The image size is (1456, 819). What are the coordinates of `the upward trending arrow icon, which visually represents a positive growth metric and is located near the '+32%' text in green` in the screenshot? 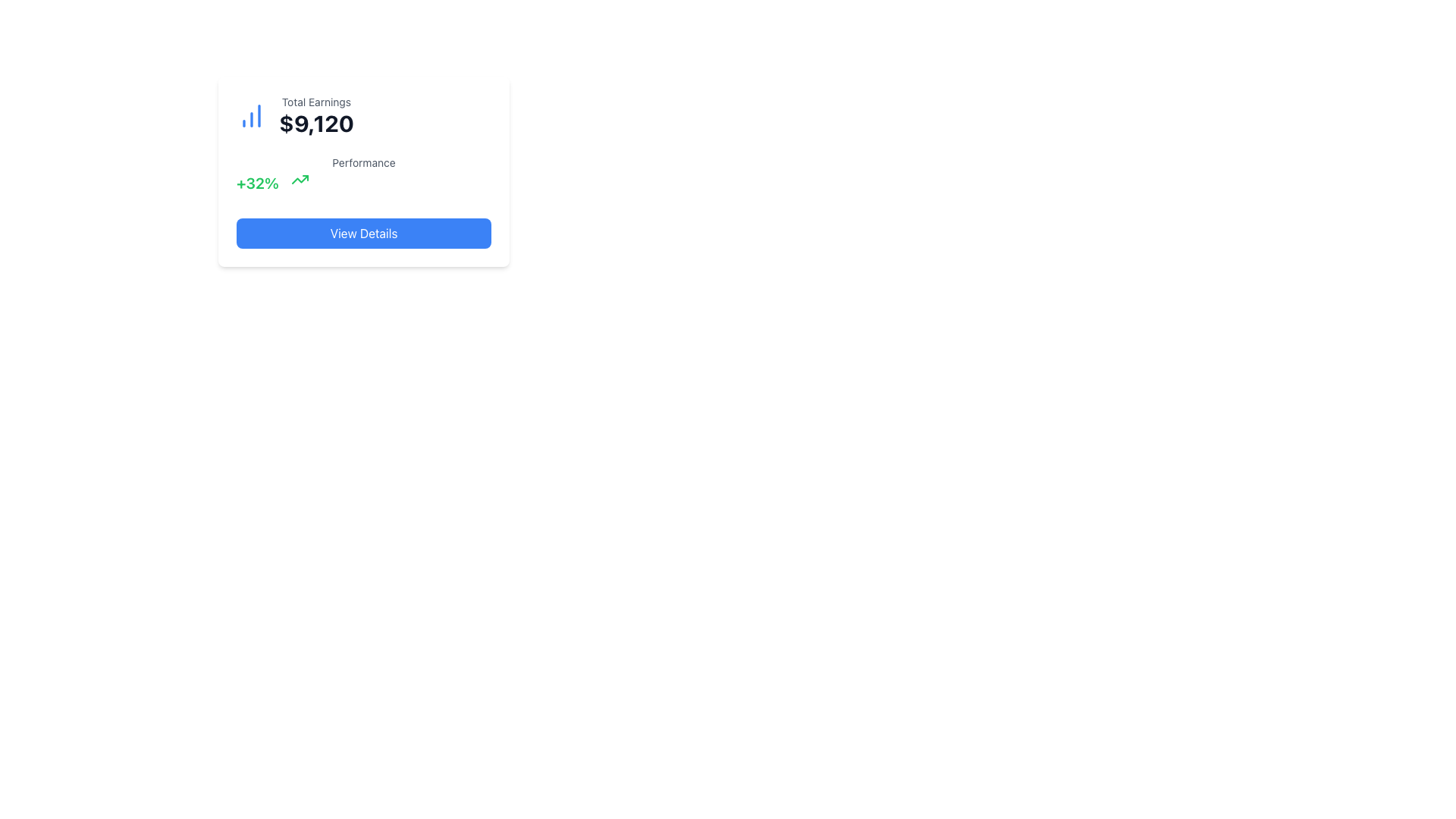 It's located at (300, 178).